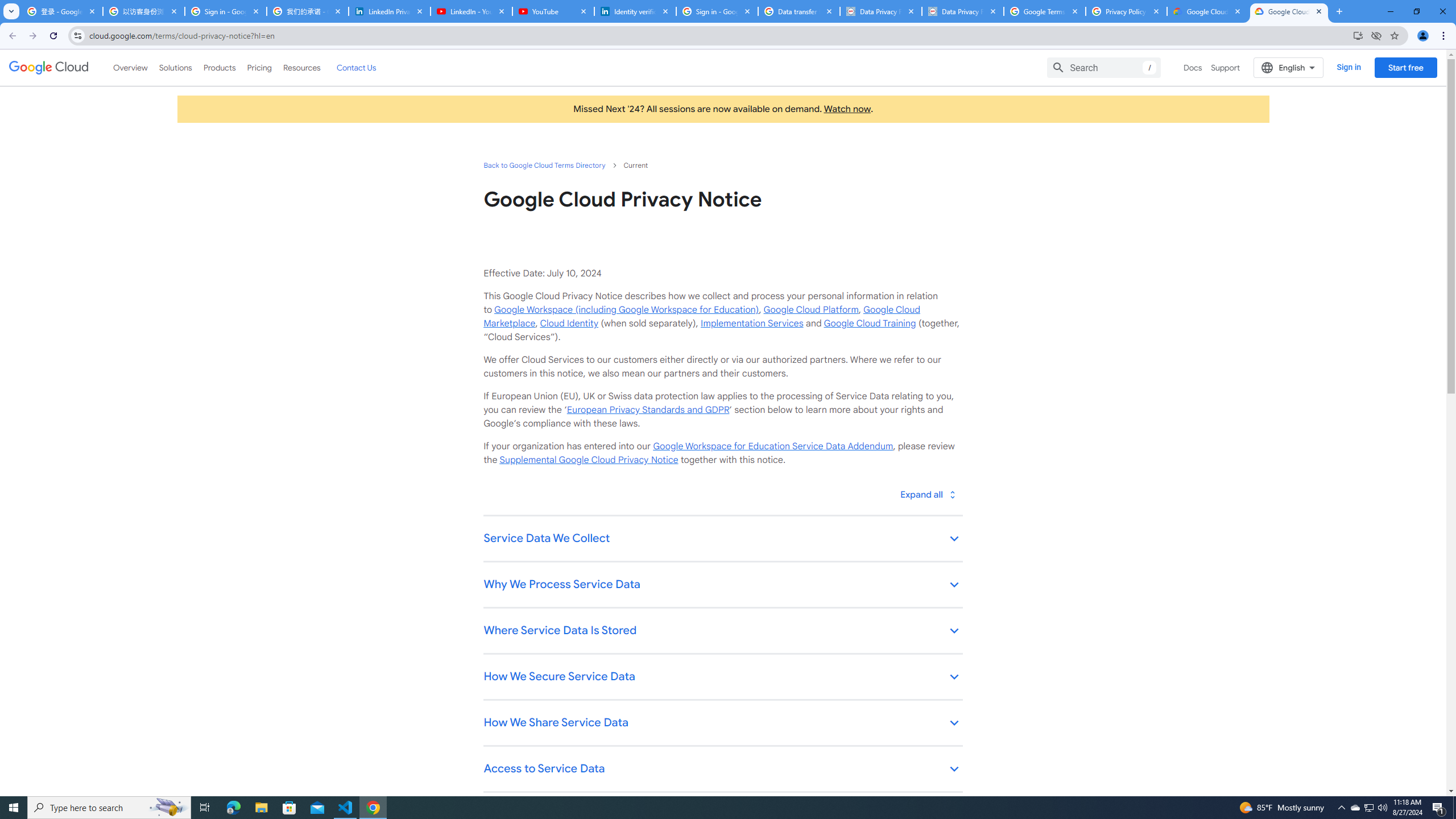  What do you see at coordinates (1226, 67) in the screenshot?
I see `'Support'` at bounding box center [1226, 67].